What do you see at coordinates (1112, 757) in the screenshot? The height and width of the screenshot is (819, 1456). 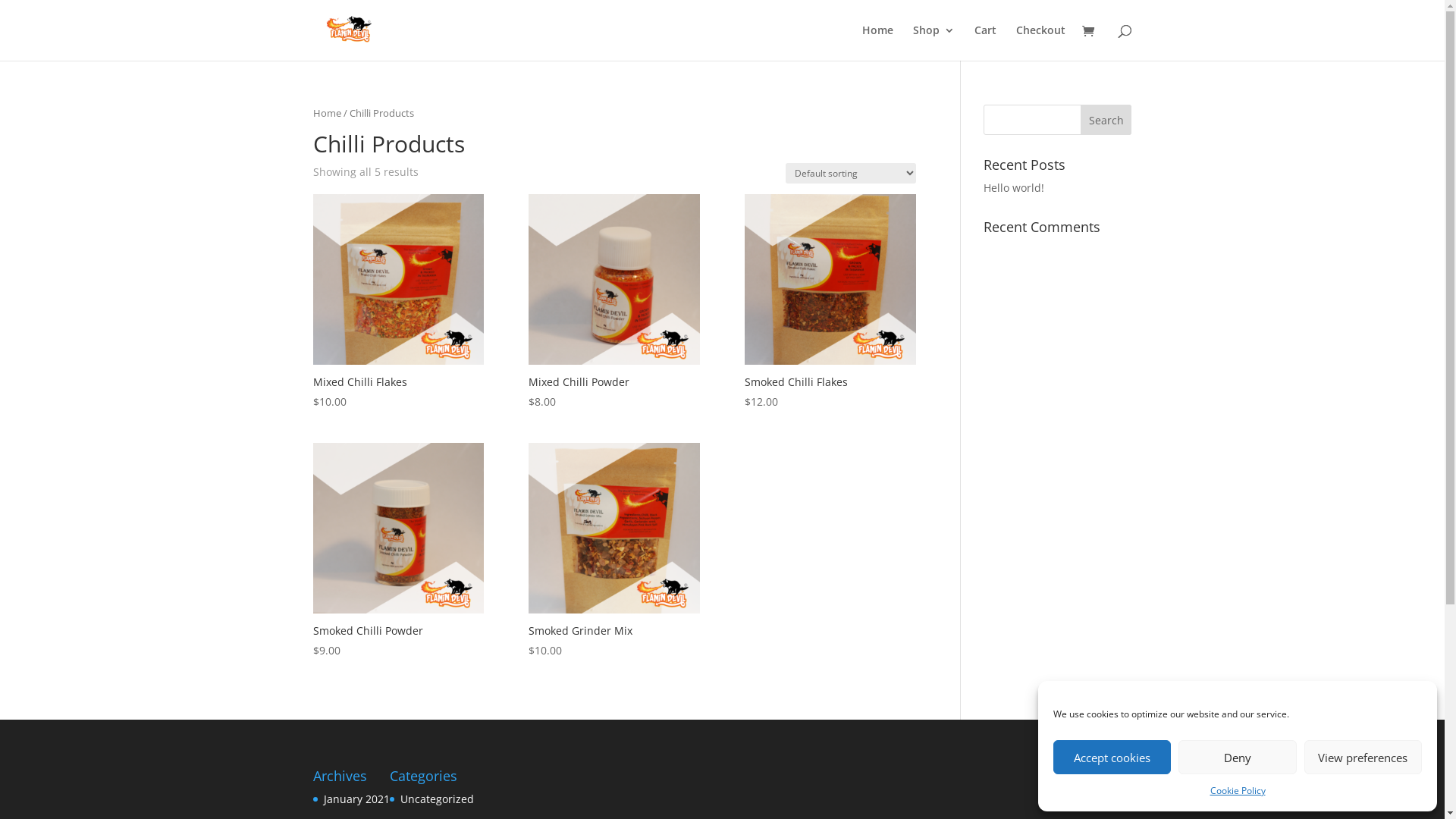 I see `'Accept cookies'` at bounding box center [1112, 757].